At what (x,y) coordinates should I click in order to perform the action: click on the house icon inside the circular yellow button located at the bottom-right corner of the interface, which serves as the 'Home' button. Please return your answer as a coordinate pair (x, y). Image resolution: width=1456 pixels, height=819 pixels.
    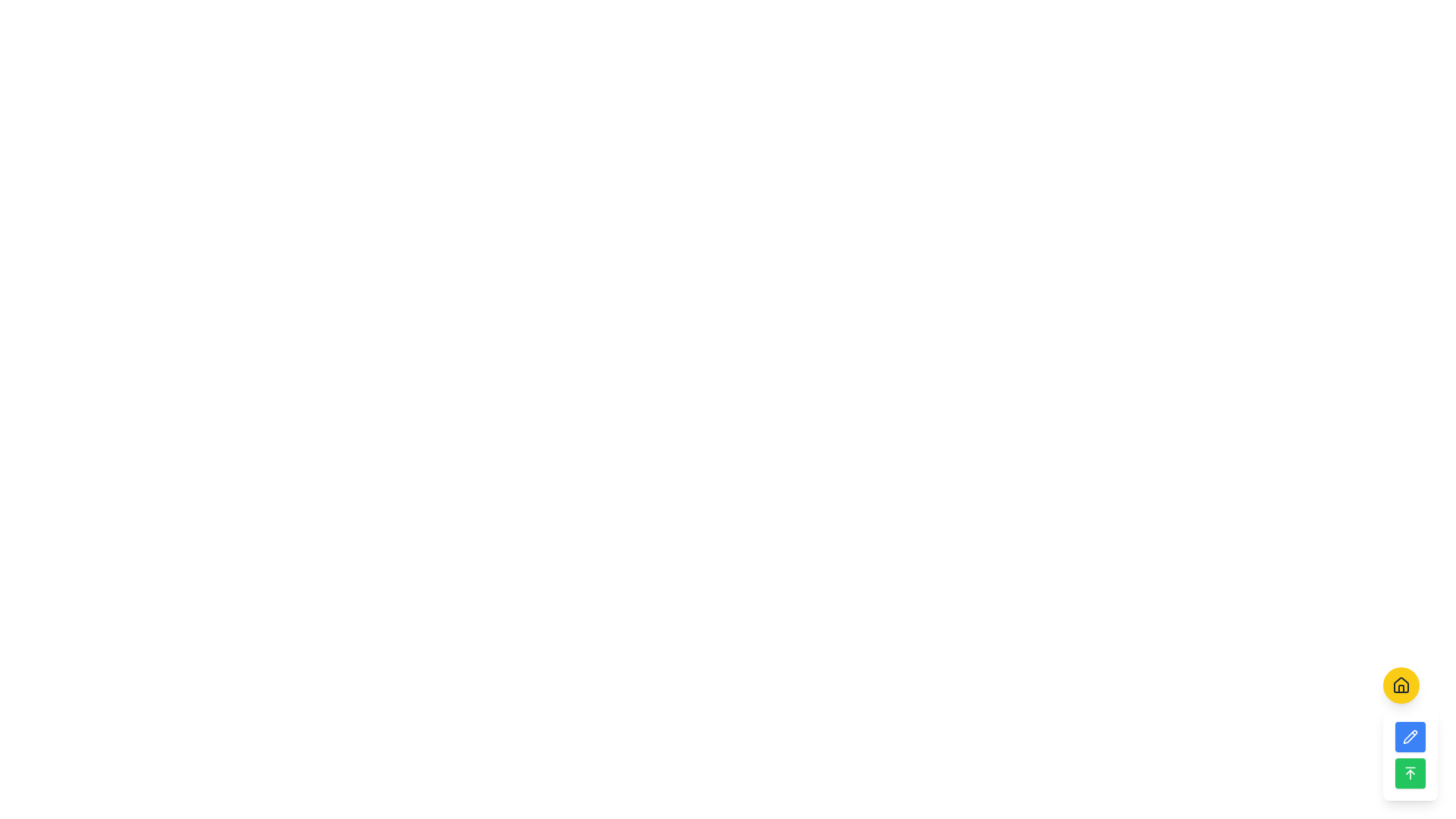
    Looking at the image, I should click on (1401, 685).